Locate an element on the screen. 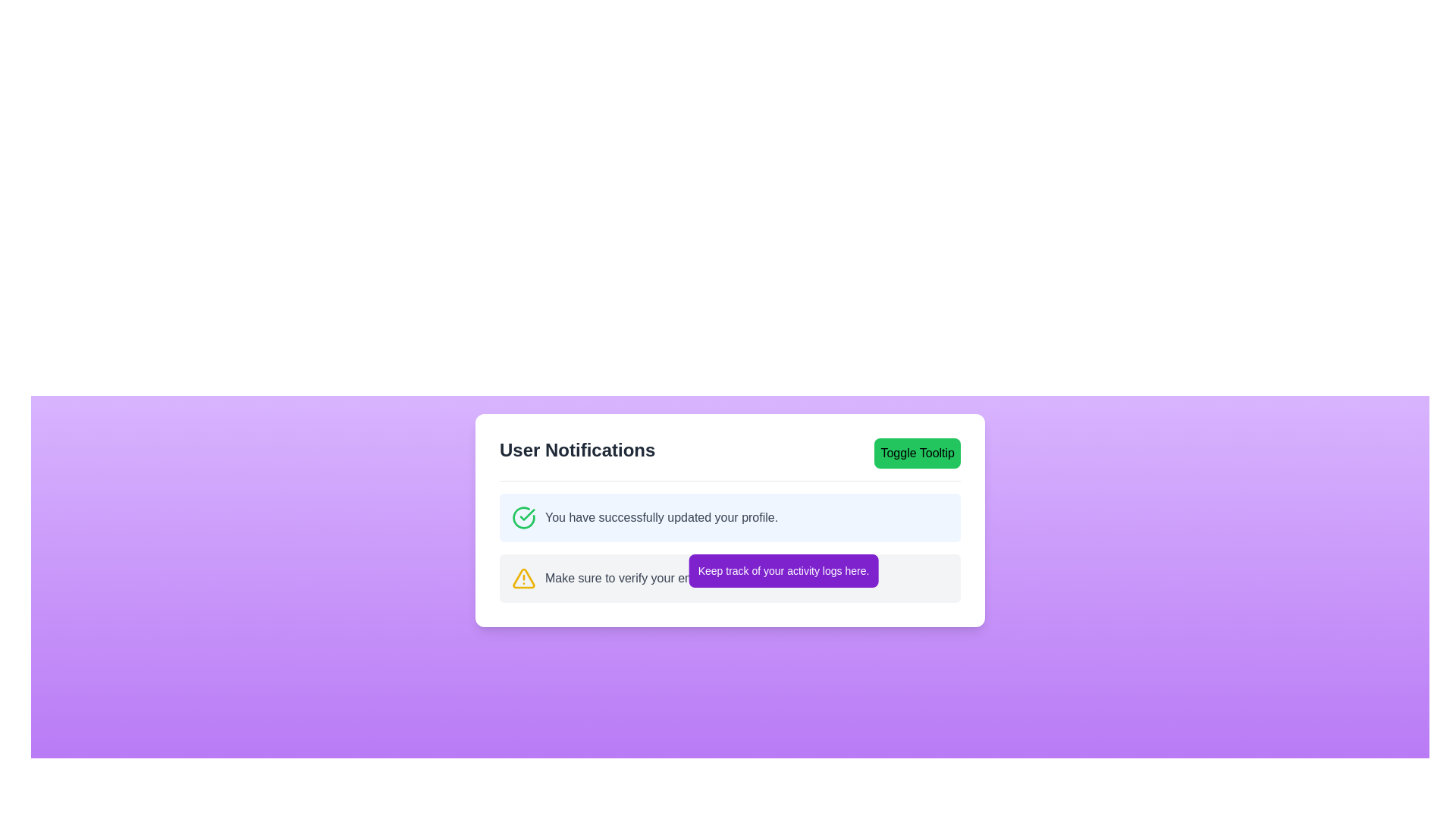 Image resolution: width=1456 pixels, height=819 pixels. success notification banner located in the 'User Notifications' section, which indicates that the profile update was successful is located at coordinates (730, 516).